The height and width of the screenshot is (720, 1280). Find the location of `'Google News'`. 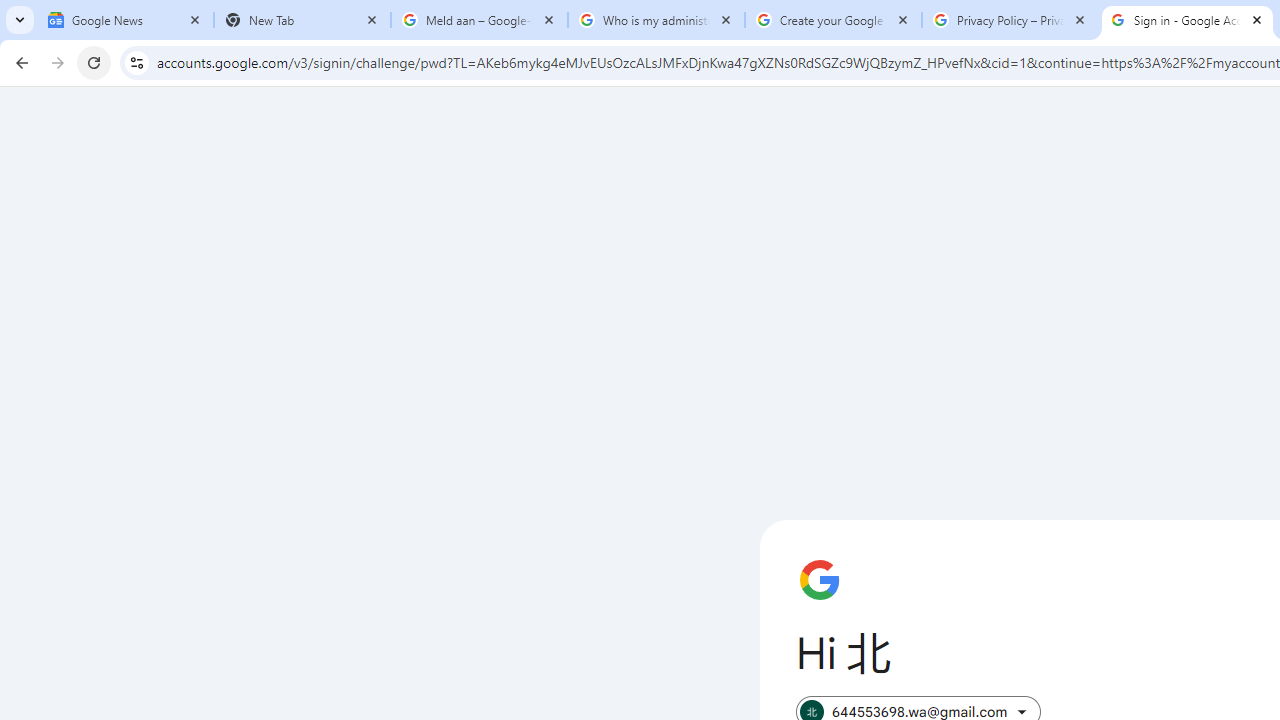

'Google News' is located at coordinates (124, 20).